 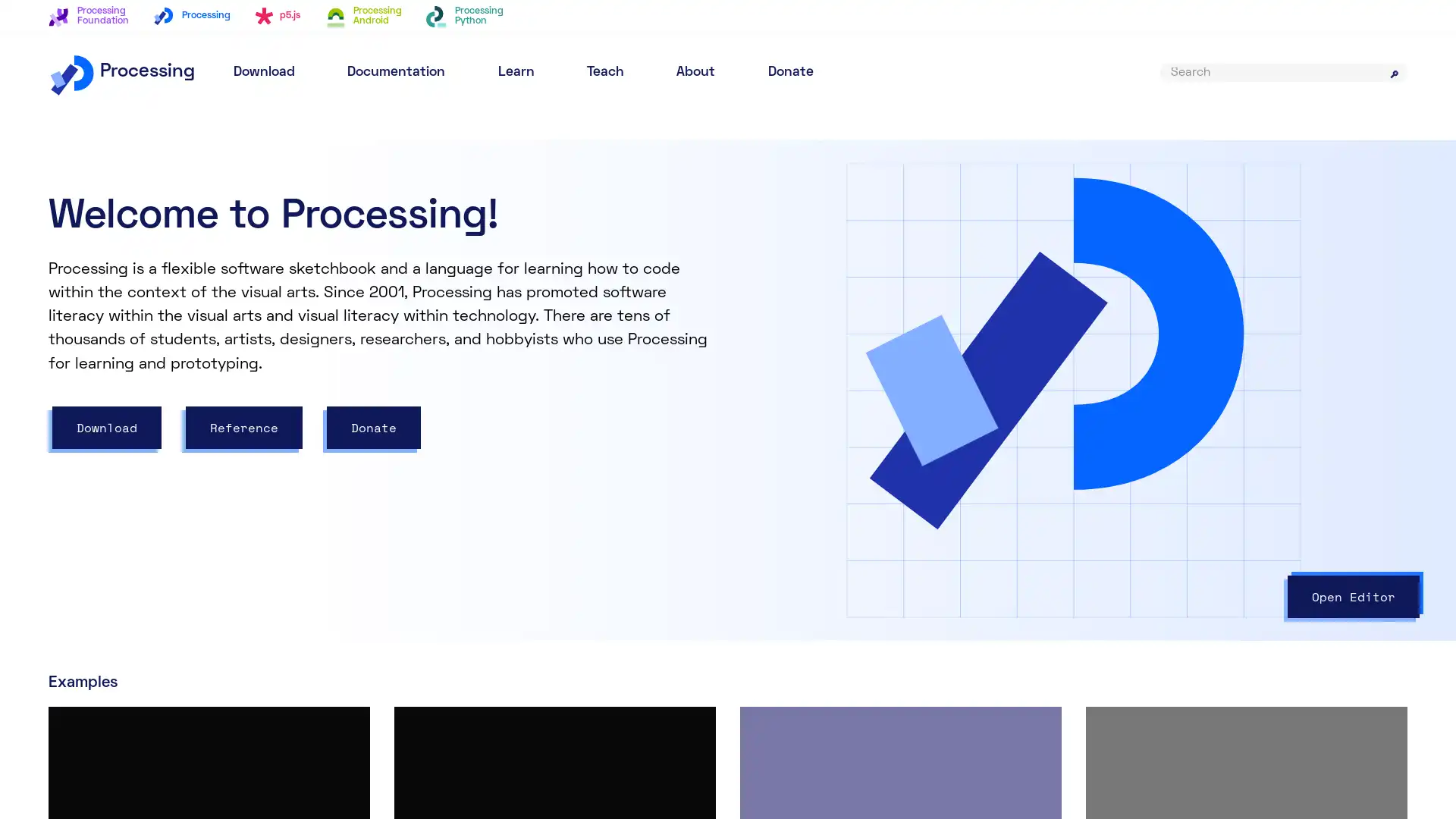 What do you see at coordinates (898, 503) in the screenshot?
I see `change position` at bounding box center [898, 503].